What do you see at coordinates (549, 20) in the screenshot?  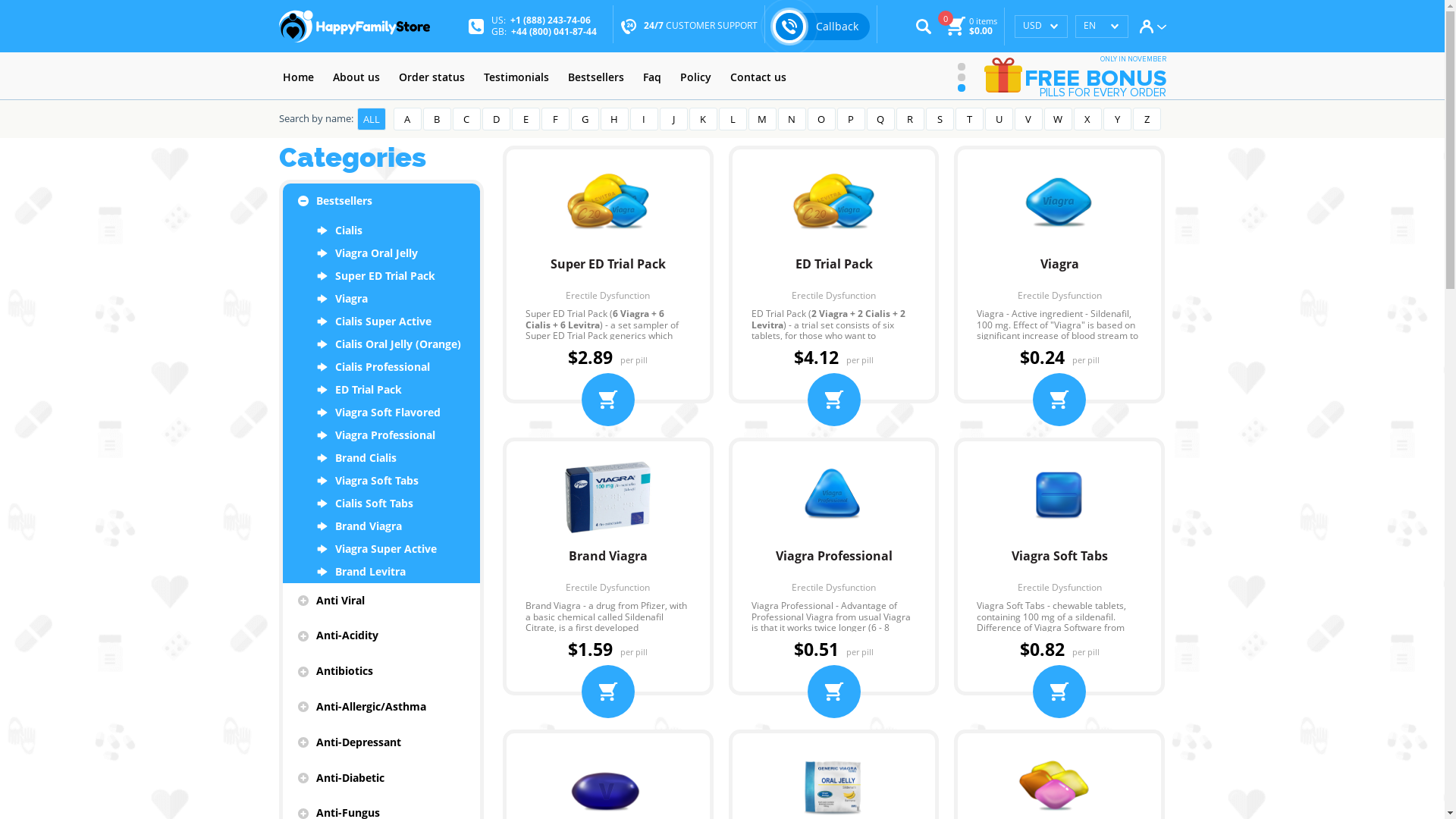 I see `'+1 (888) 243-74-06'` at bounding box center [549, 20].